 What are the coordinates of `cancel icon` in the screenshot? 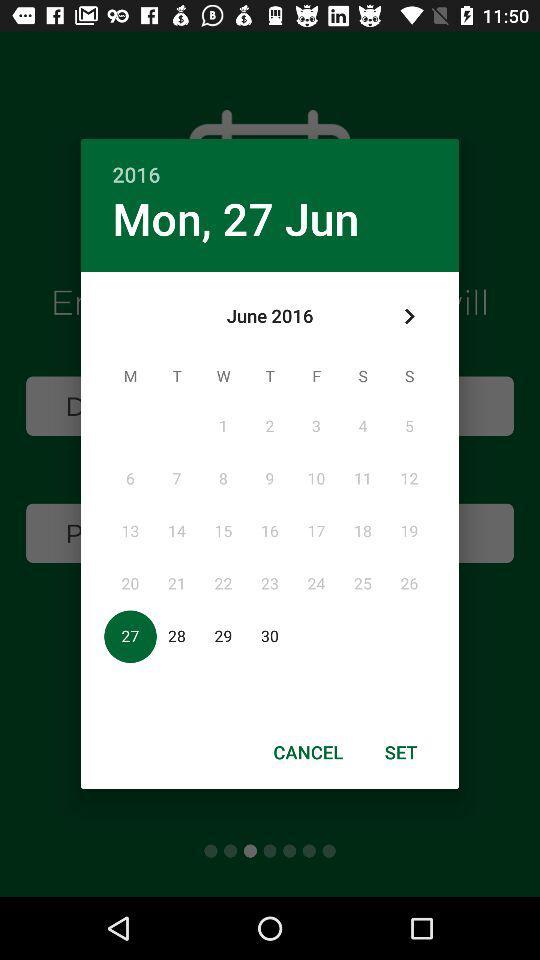 It's located at (308, 751).